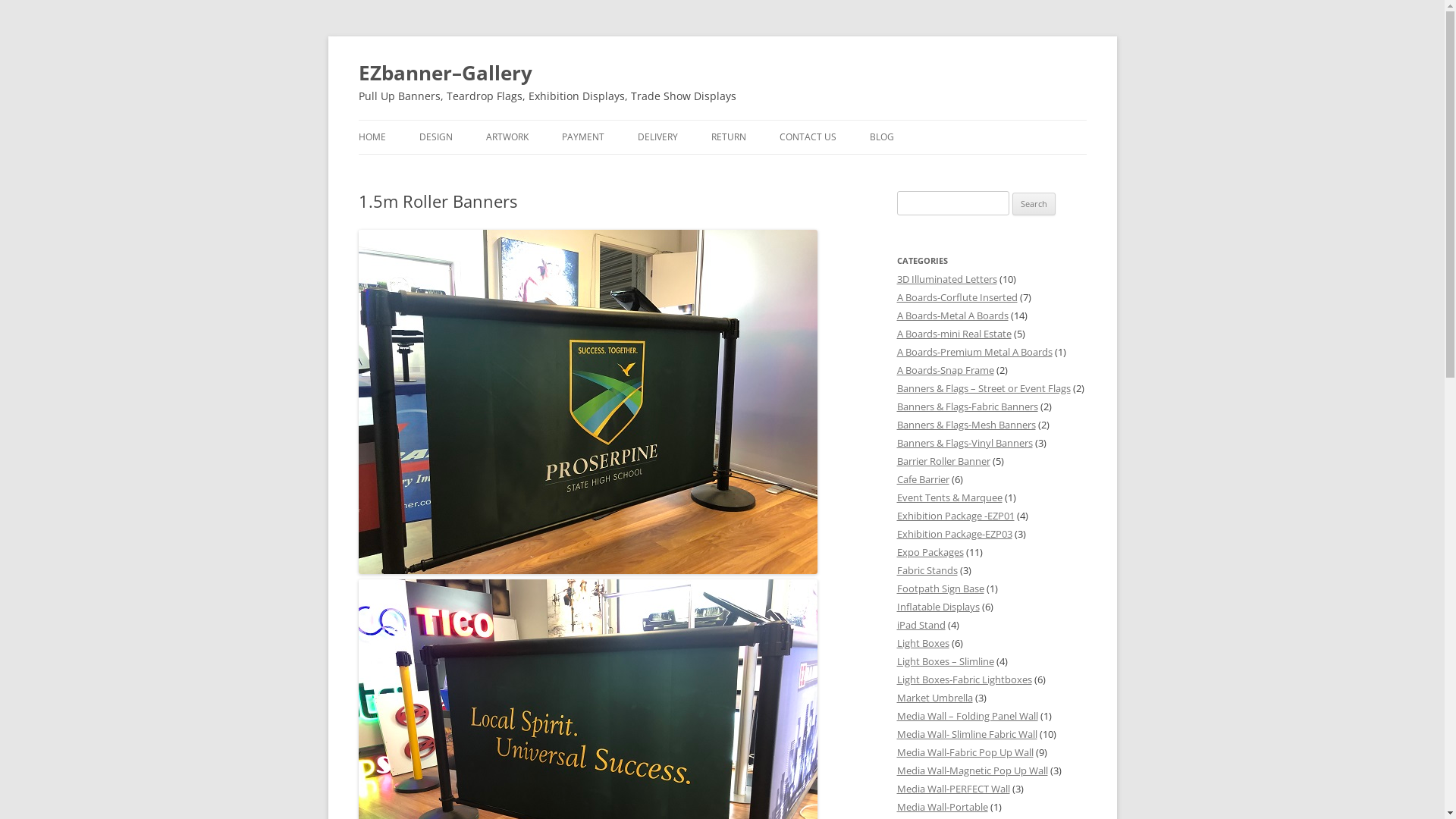 The height and width of the screenshot is (819, 1456). I want to click on 'Banners & Flags-Fabric Banners', so click(966, 406).